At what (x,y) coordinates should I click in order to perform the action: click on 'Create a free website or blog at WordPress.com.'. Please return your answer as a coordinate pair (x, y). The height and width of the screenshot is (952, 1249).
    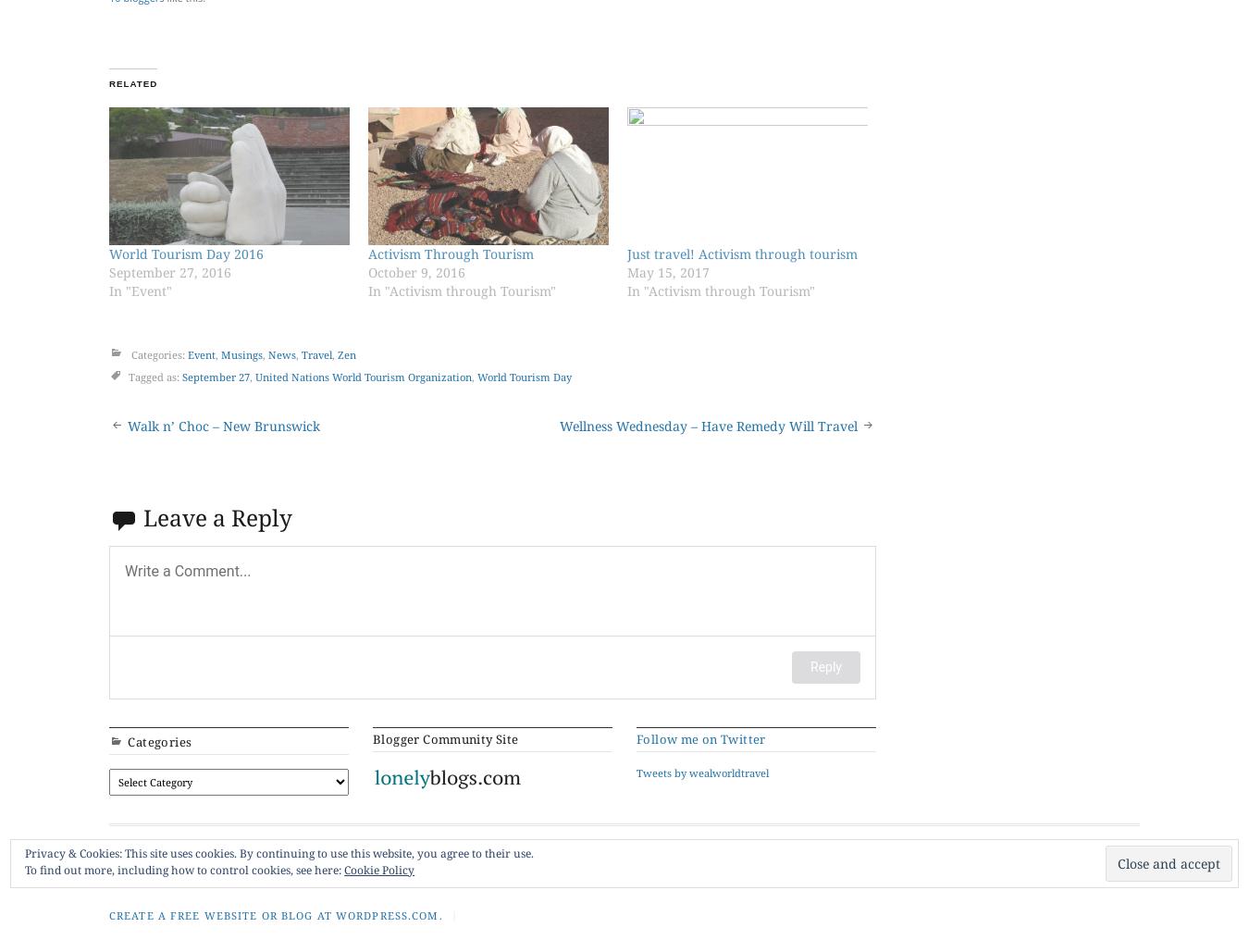
    Looking at the image, I should click on (274, 913).